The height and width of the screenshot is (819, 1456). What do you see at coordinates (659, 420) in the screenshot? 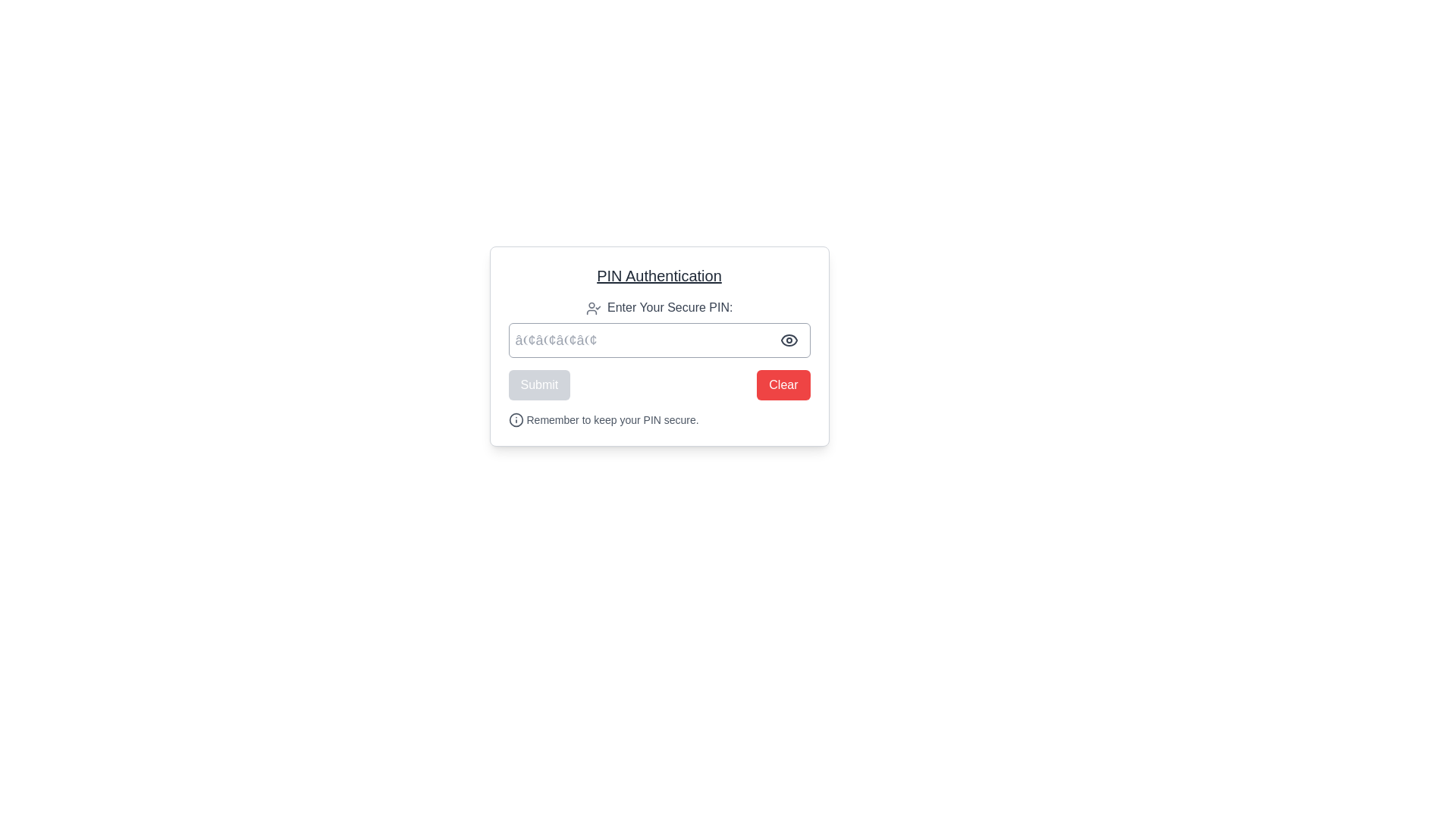
I see `the static informational text displaying 'Remember to keep your PIN secure.' which is styled in gray and located below the 'Submit' and 'Clear' buttons` at bounding box center [659, 420].